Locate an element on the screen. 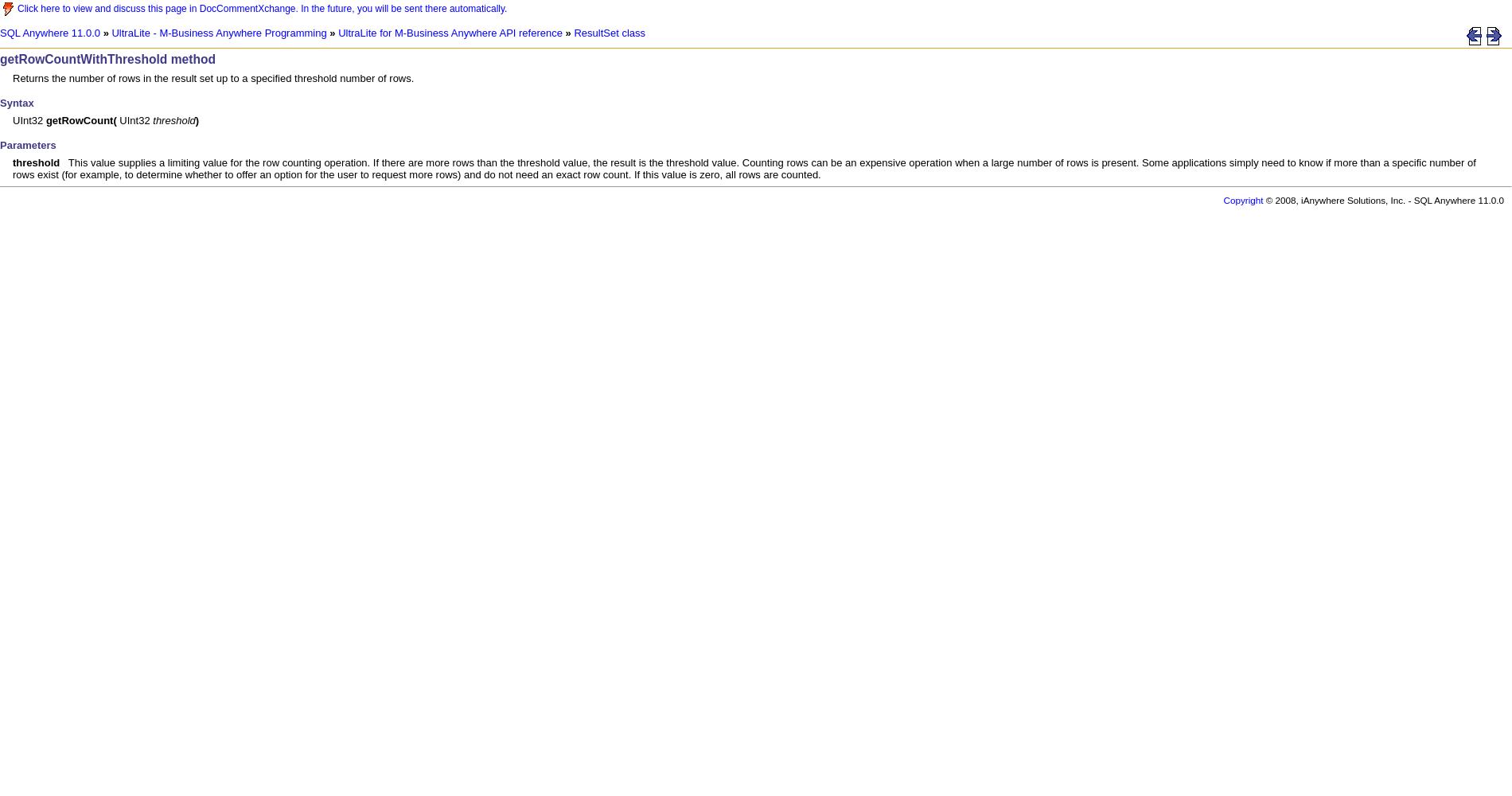 The width and height of the screenshot is (1512, 796). 'Parameters' is located at coordinates (27, 145).